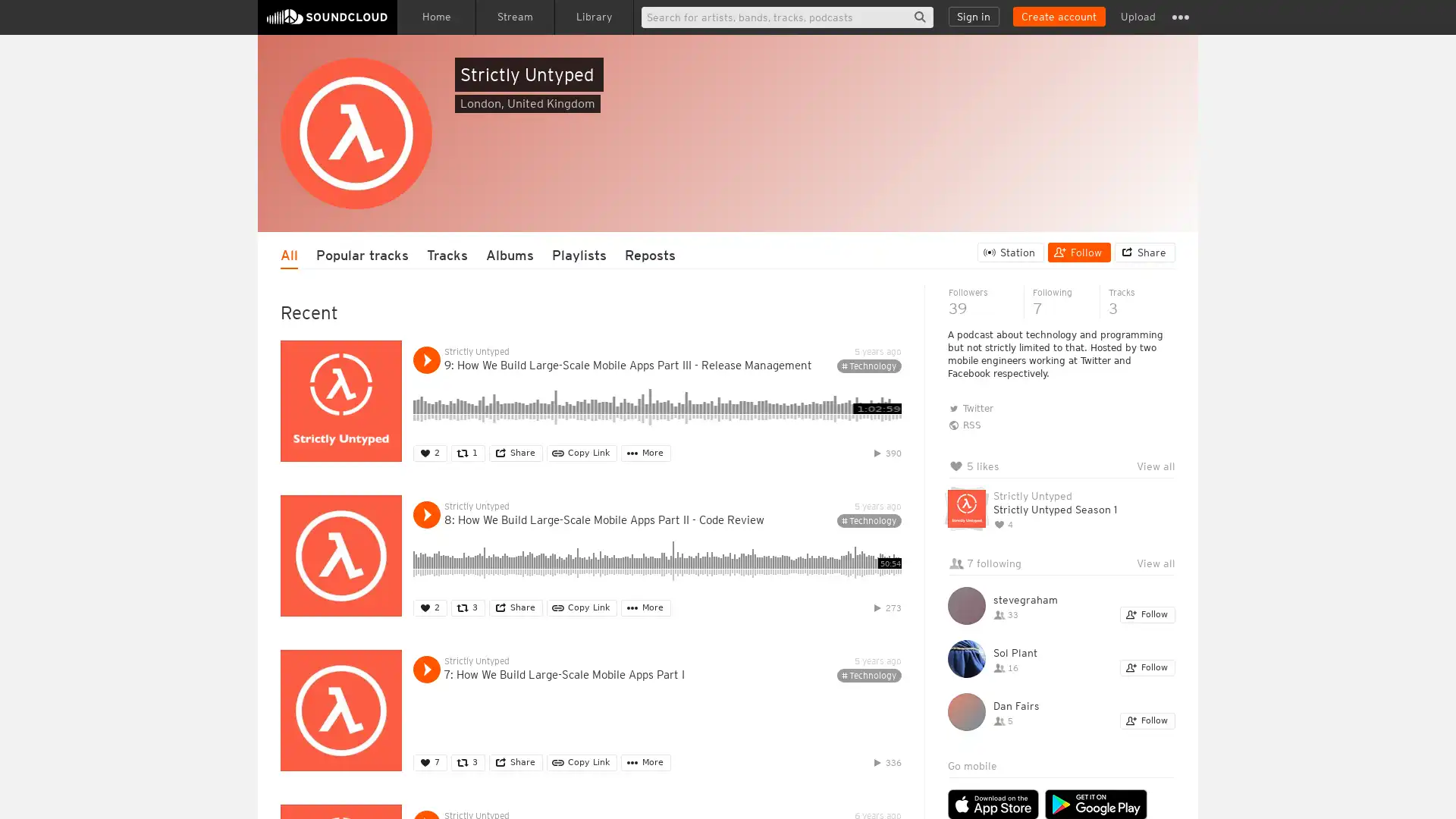 The image size is (1456, 819). What do you see at coordinates (1058, 17) in the screenshot?
I see `Create a SoundCloud account` at bounding box center [1058, 17].